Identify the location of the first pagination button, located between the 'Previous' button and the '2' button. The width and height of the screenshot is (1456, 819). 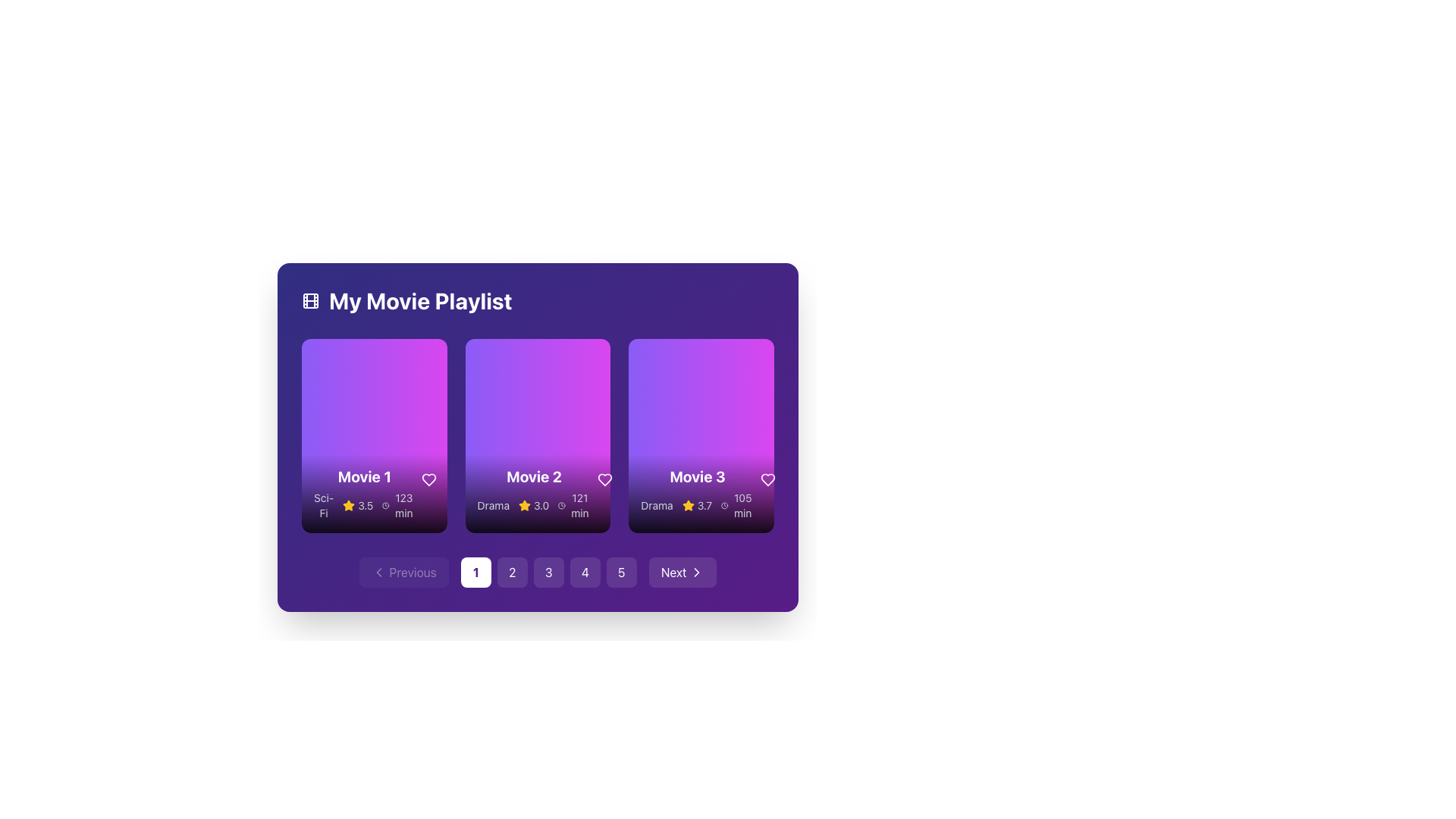
(475, 573).